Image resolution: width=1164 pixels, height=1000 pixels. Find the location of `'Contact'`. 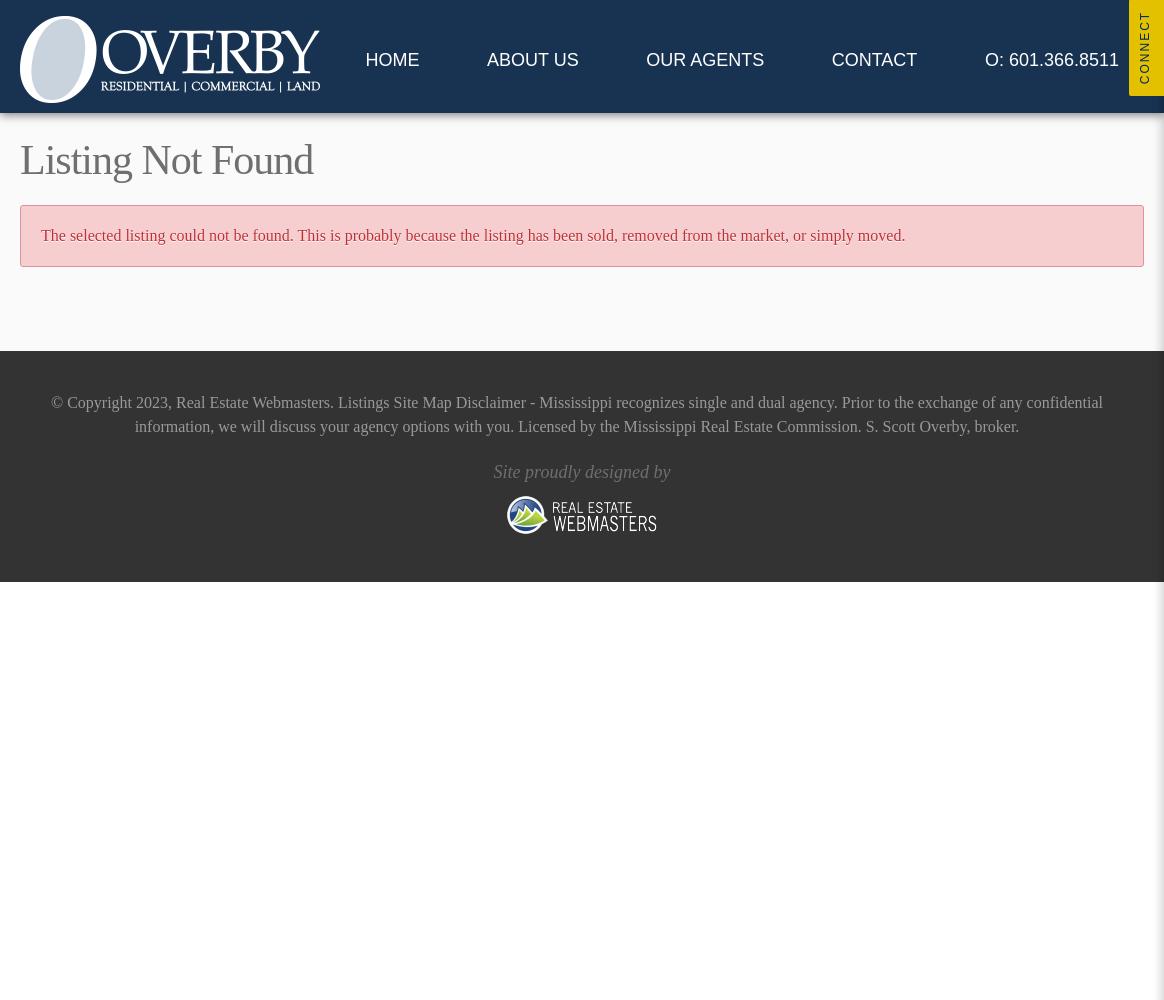

'Contact' is located at coordinates (874, 60).